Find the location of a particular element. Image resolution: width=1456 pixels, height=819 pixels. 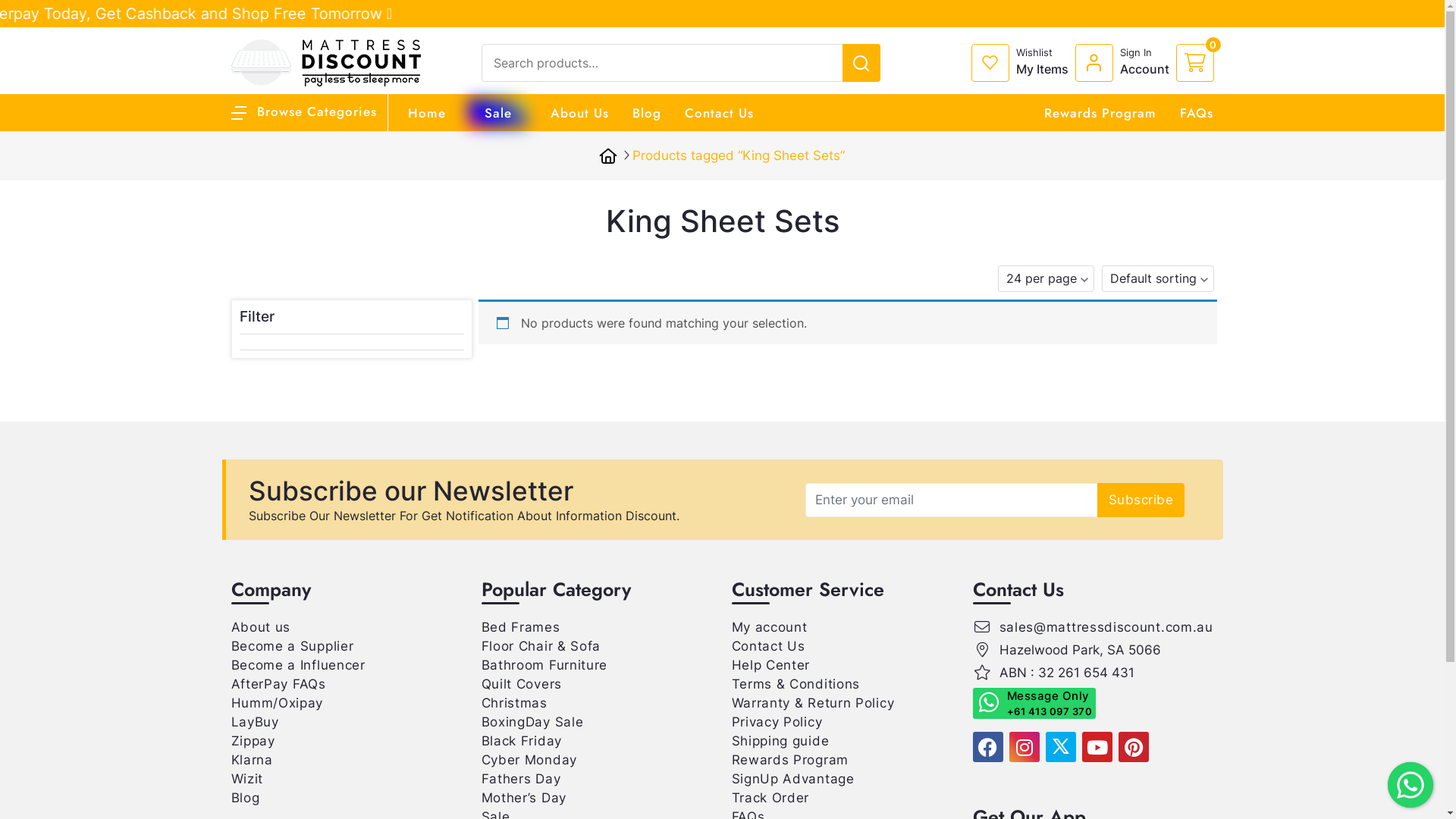

'Contact Us' is located at coordinates (717, 112).